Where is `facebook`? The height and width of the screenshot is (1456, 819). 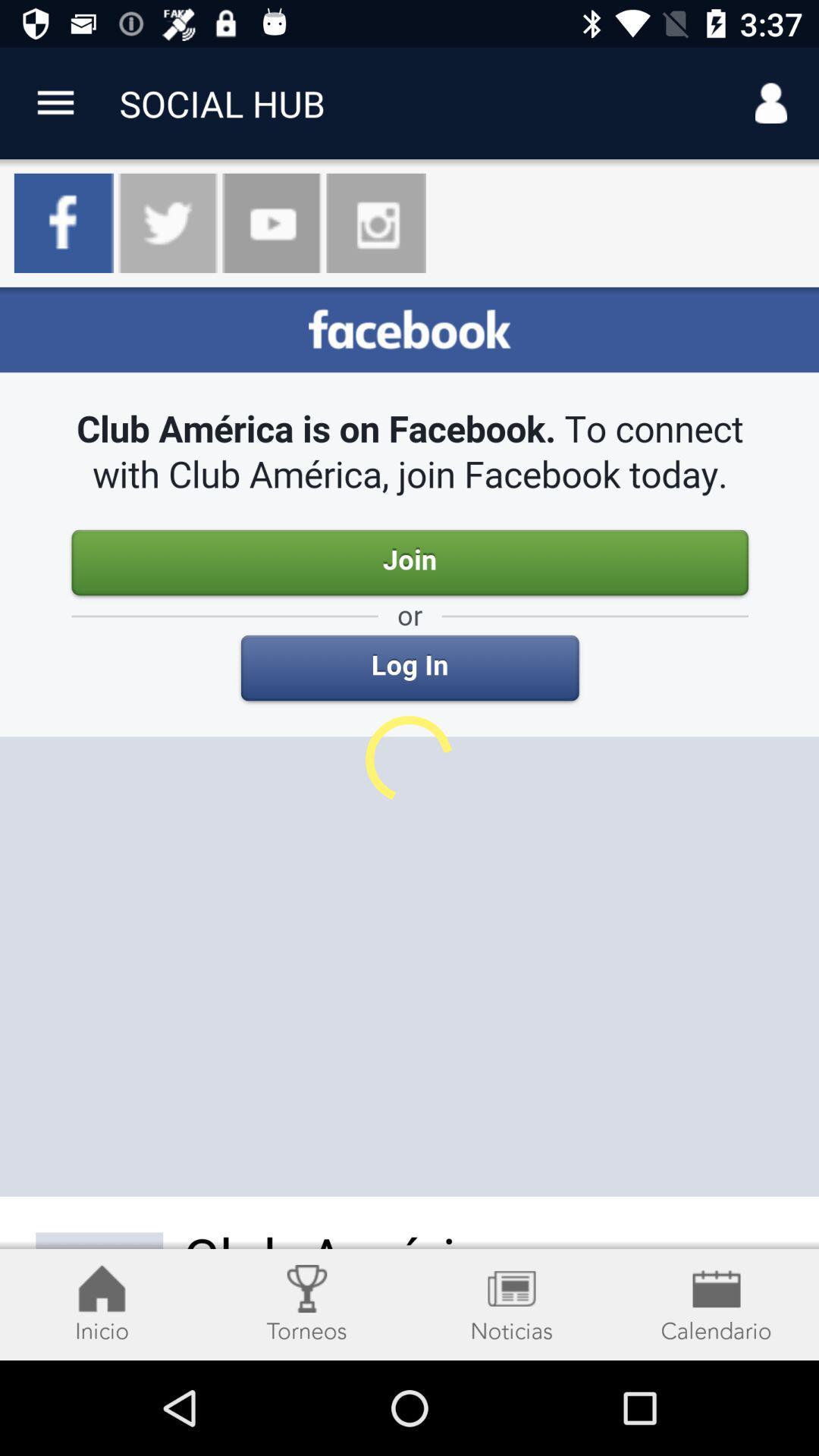 facebook is located at coordinates (409, 823).